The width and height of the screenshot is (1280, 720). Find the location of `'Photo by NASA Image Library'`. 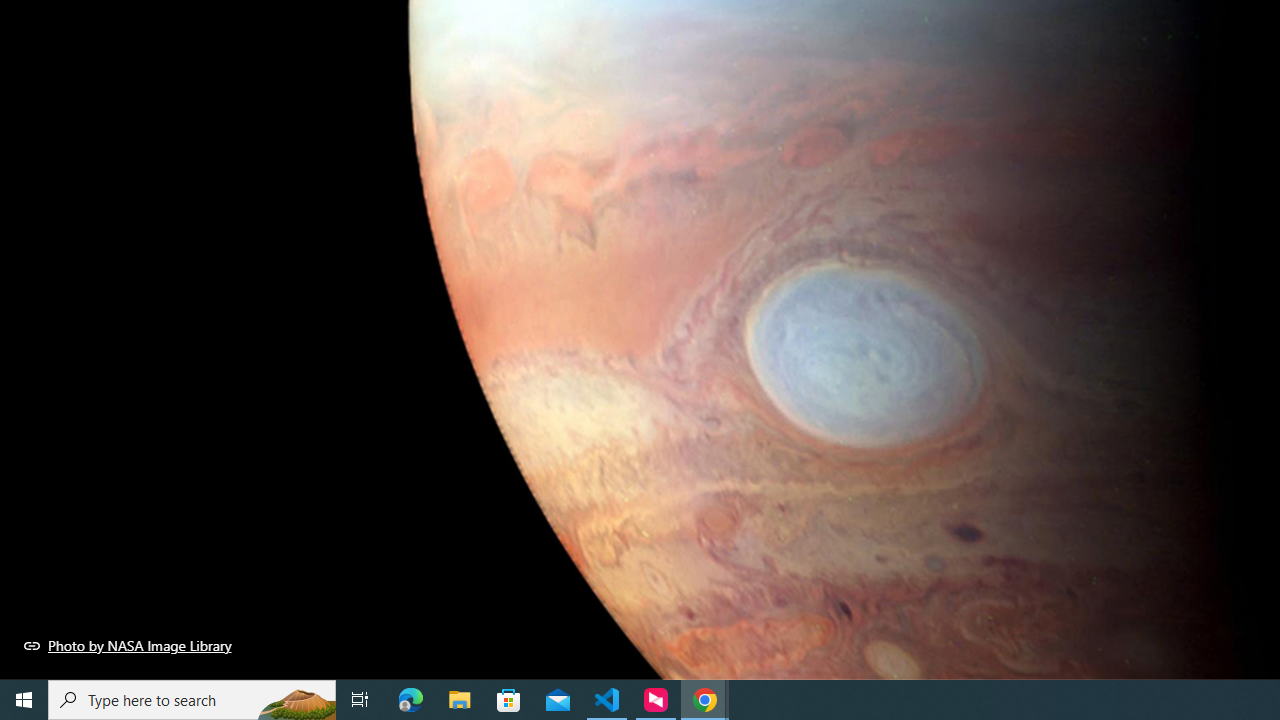

'Photo by NASA Image Library' is located at coordinates (127, 645).